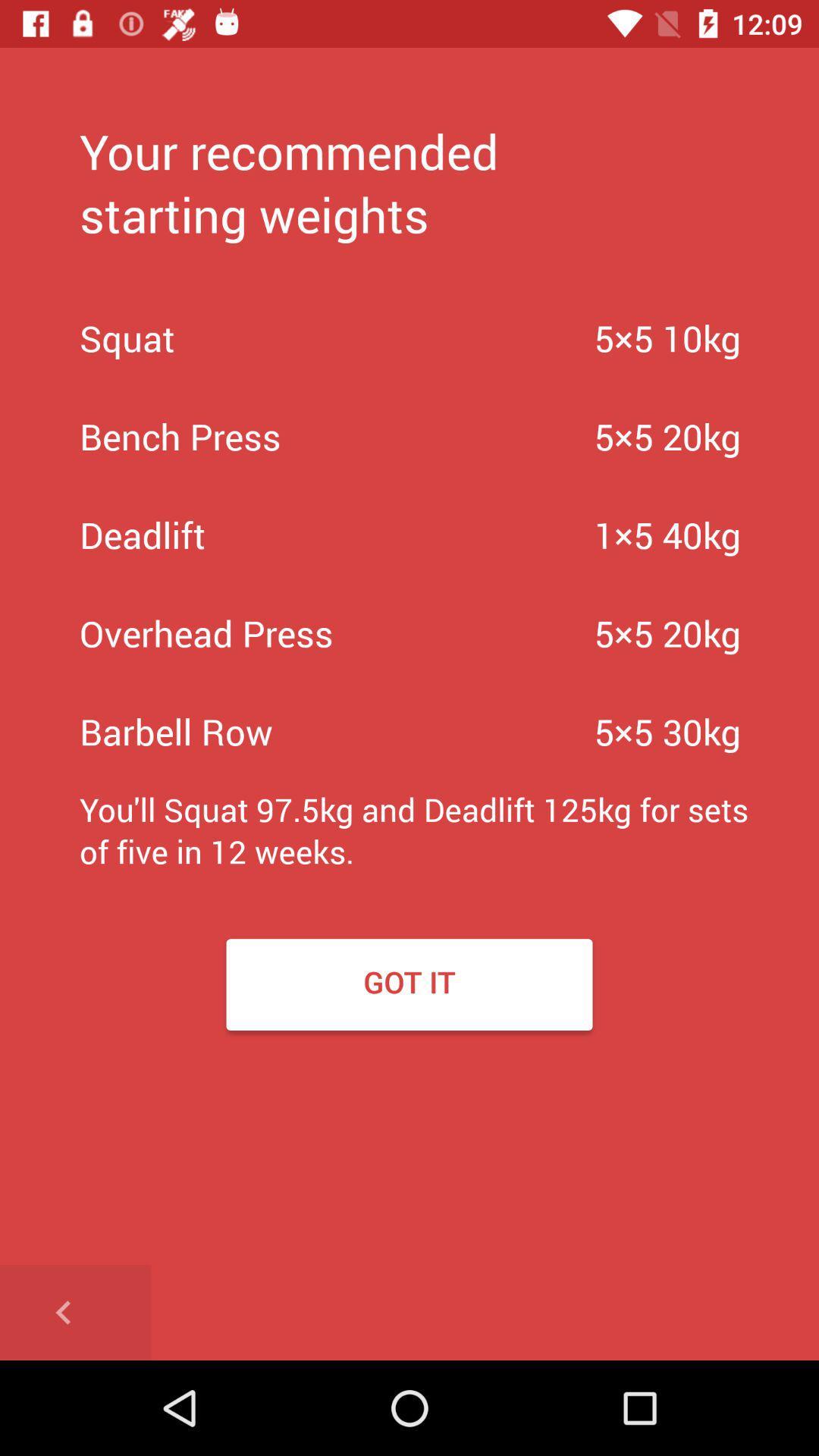  I want to click on item below the you ll squat item, so click(409, 984).